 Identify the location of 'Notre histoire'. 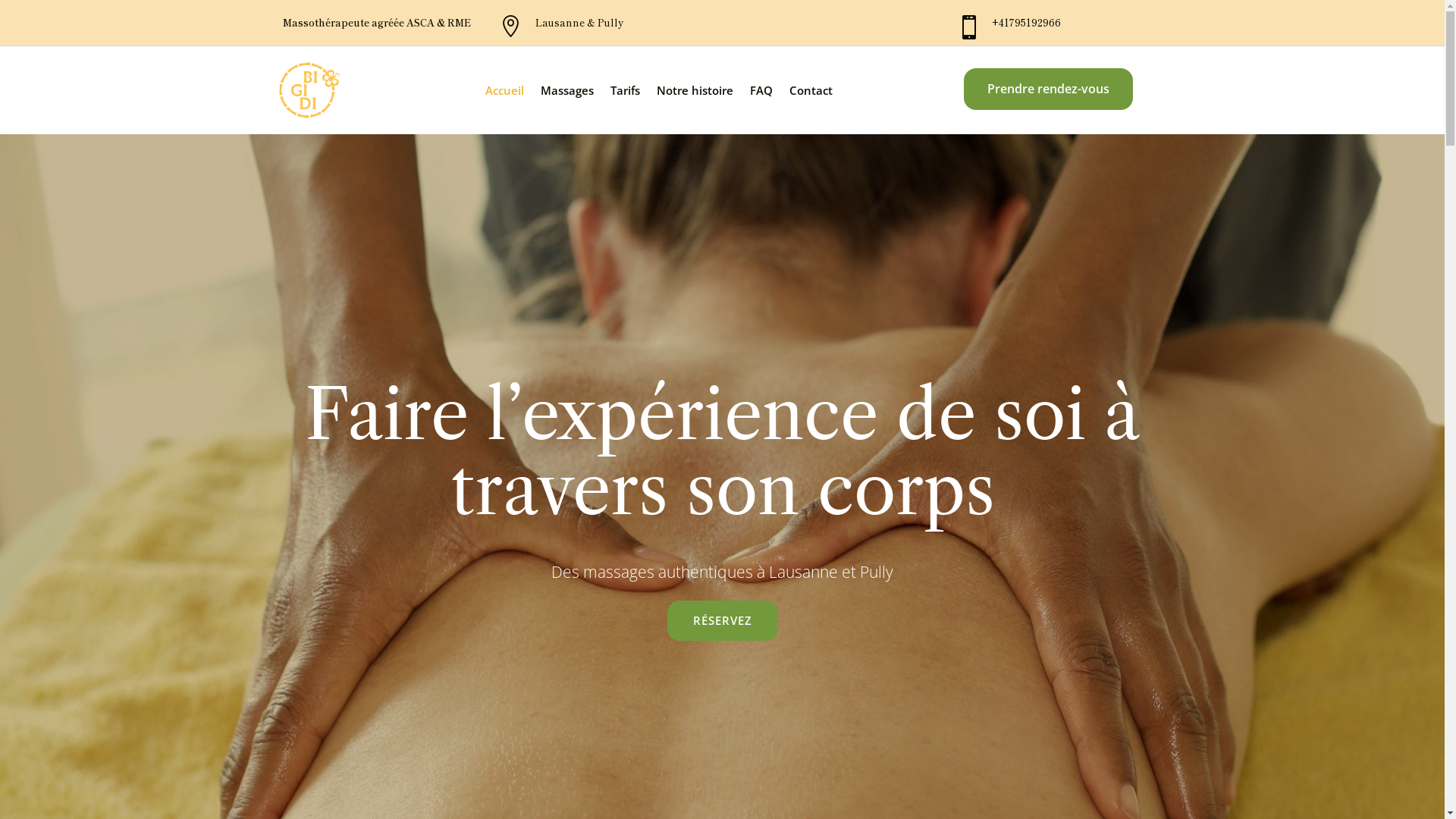
(694, 90).